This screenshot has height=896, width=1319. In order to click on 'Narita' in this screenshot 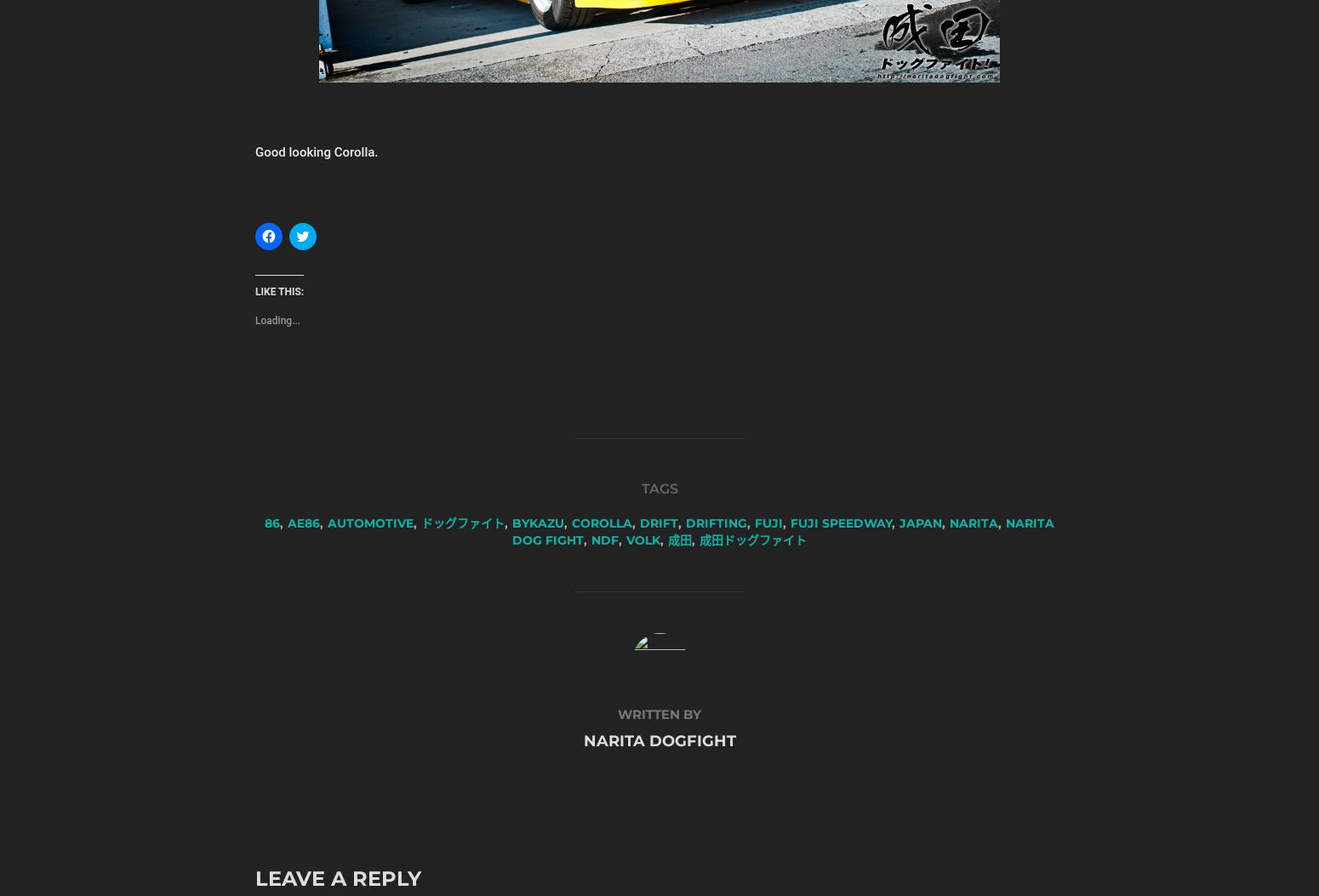, I will do `click(973, 522)`.